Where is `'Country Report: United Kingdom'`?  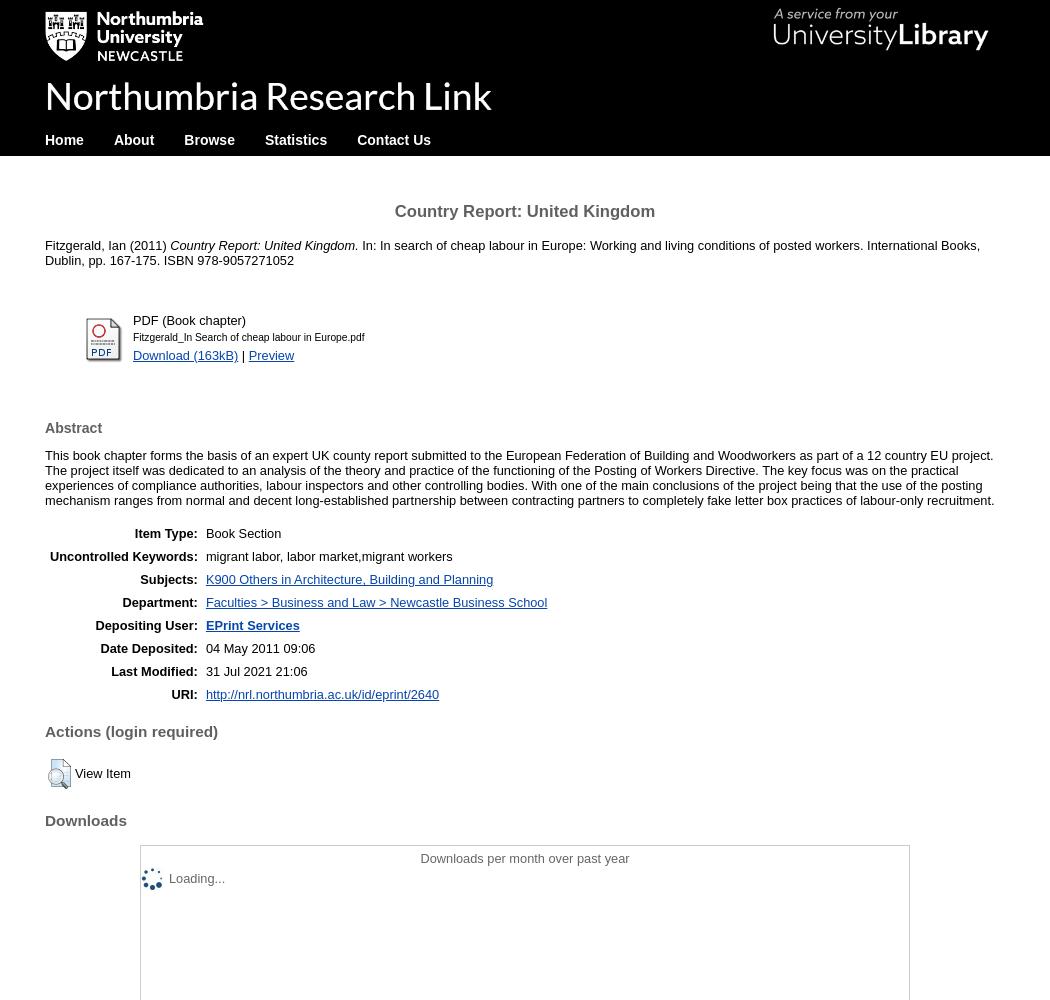
'Country Report: United Kingdom' is located at coordinates (523, 210).